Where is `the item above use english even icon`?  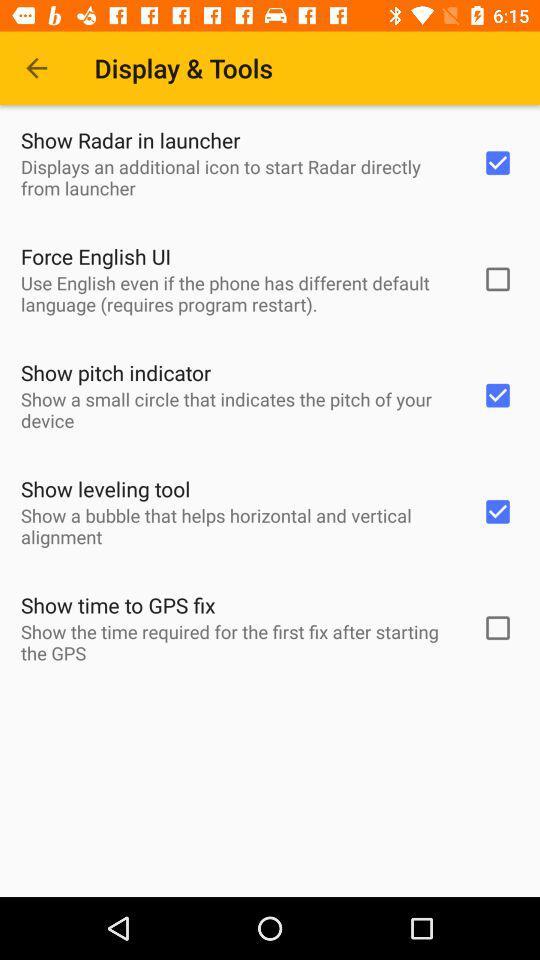
the item above use english even icon is located at coordinates (95, 255).